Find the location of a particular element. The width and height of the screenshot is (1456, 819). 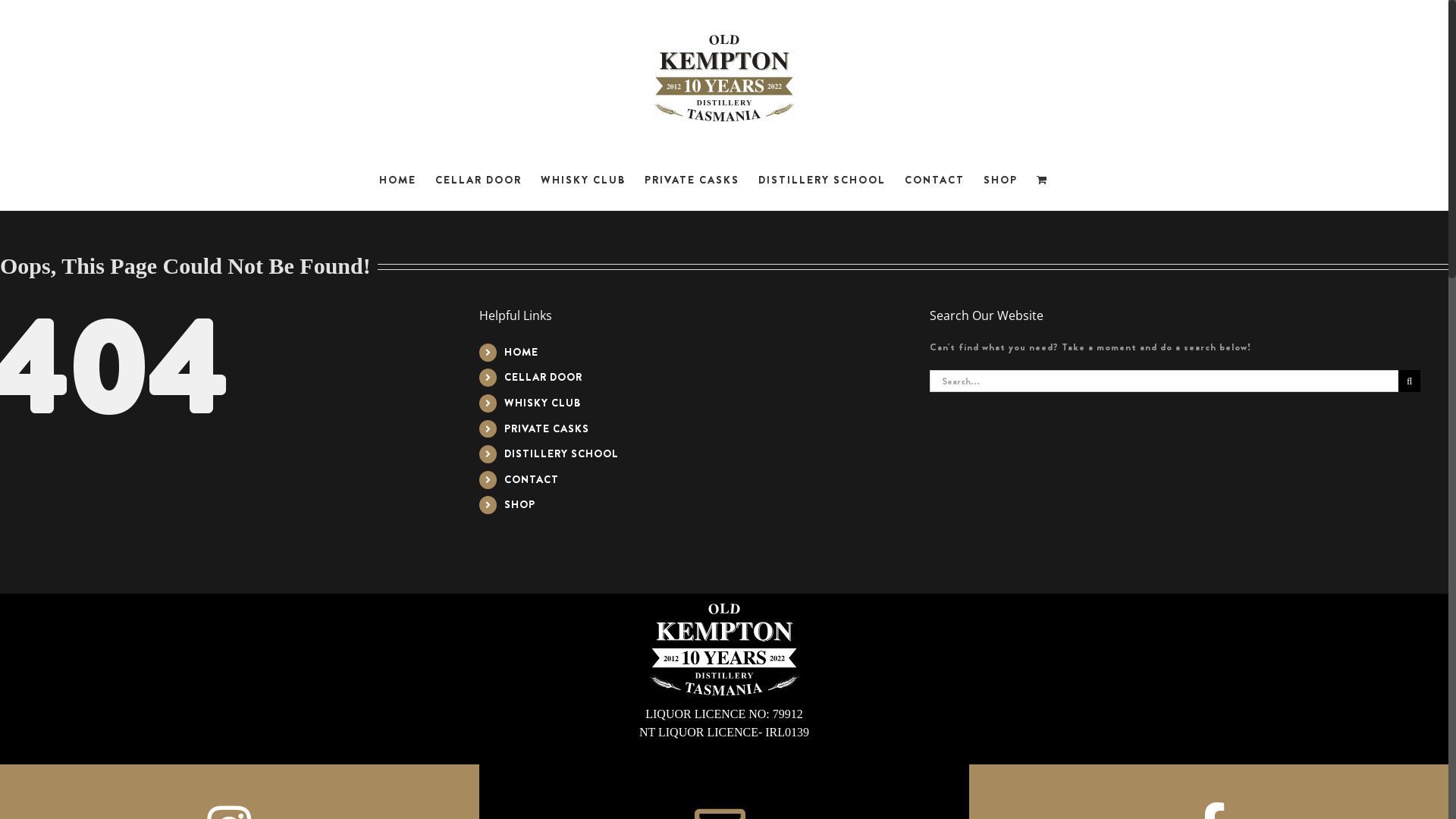

'CONTACT' is located at coordinates (933, 178).